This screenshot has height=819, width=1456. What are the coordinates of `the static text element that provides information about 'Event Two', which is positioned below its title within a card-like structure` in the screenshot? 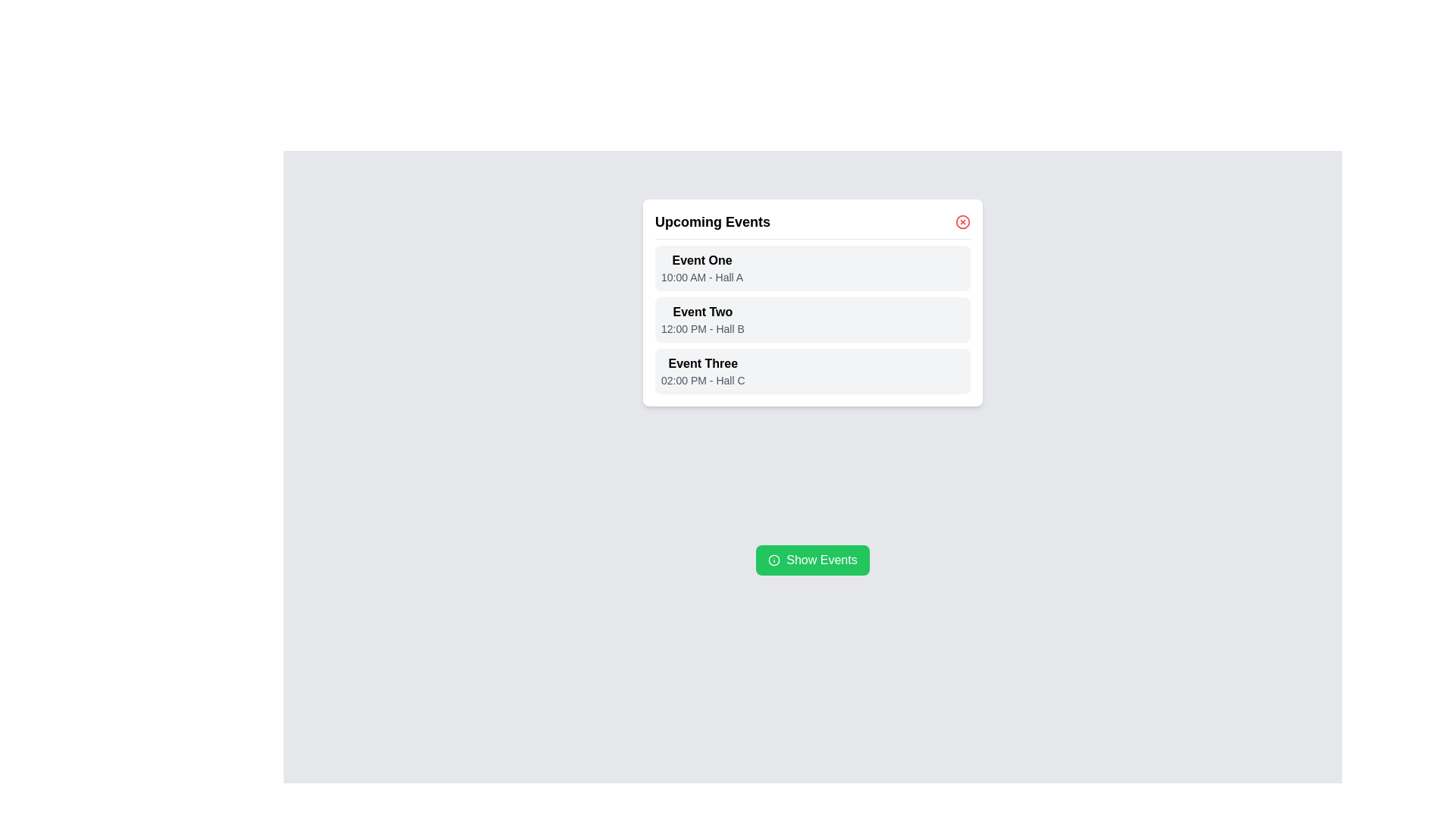 It's located at (701, 328).